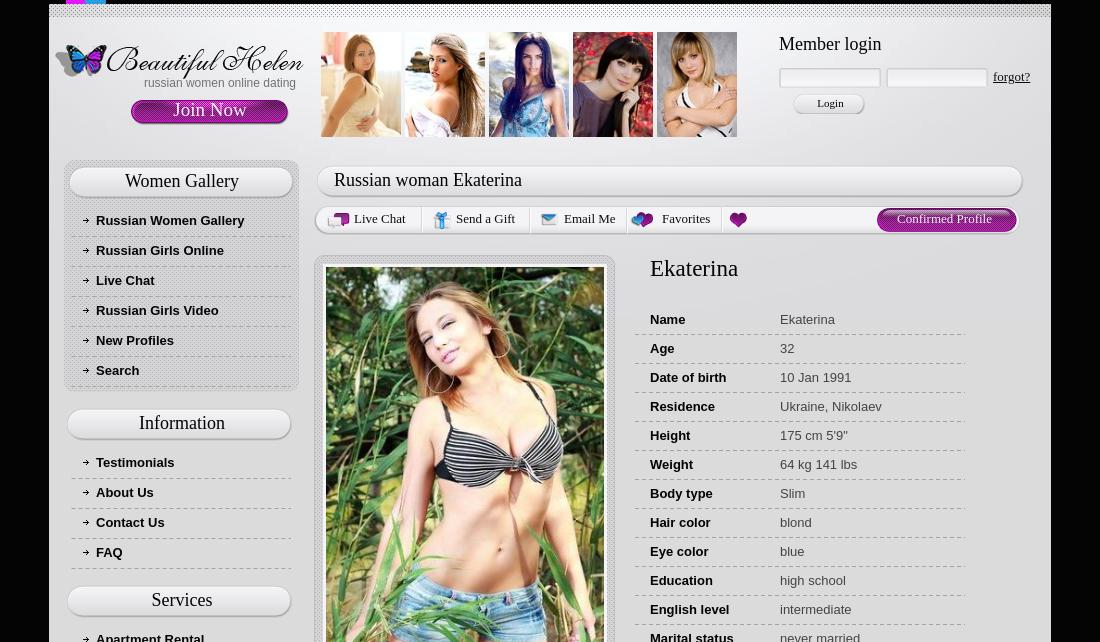 This screenshot has width=1100, height=642. What do you see at coordinates (158, 249) in the screenshot?
I see `'Russian Girls Online'` at bounding box center [158, 249].